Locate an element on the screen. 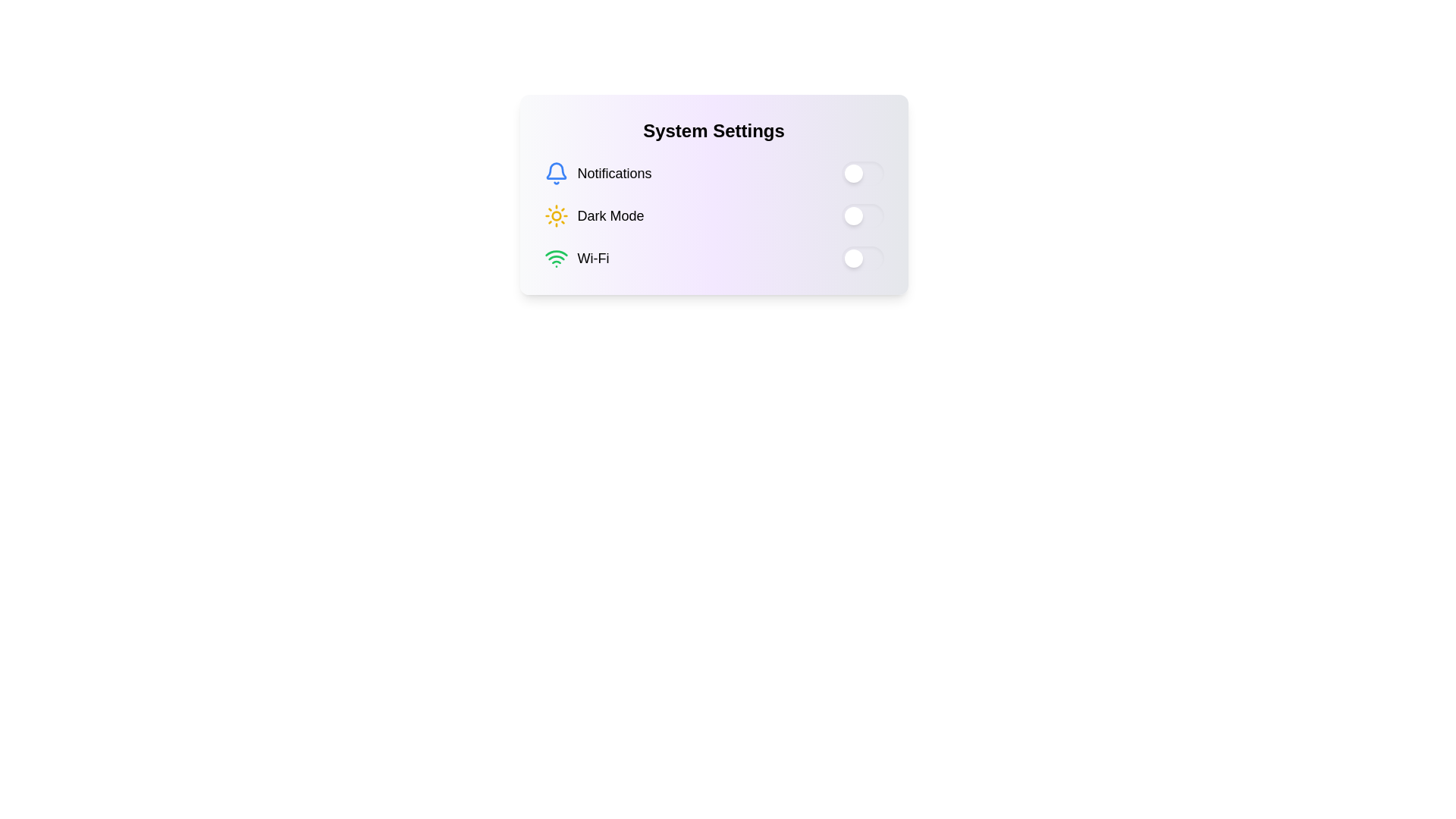  the blue outlined bell icon that resembles a notification symbol, located at the top-left corner of the 'Notifications' section in the settings interface is located at coordinates (555, 172).